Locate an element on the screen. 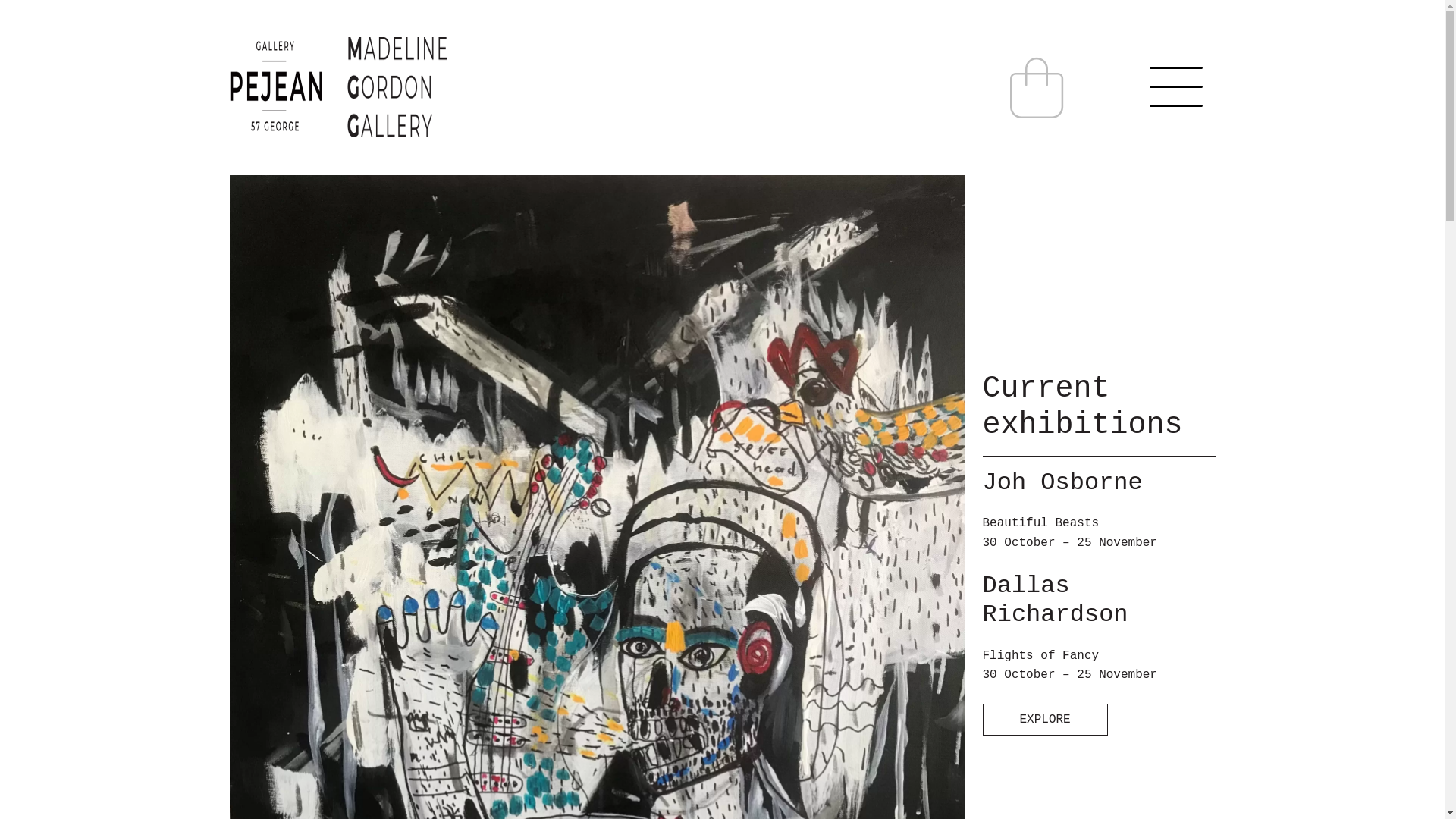 This screenshot has width=1456, height=819. 'EXPLORE' is located at coordinates (1044, 718).